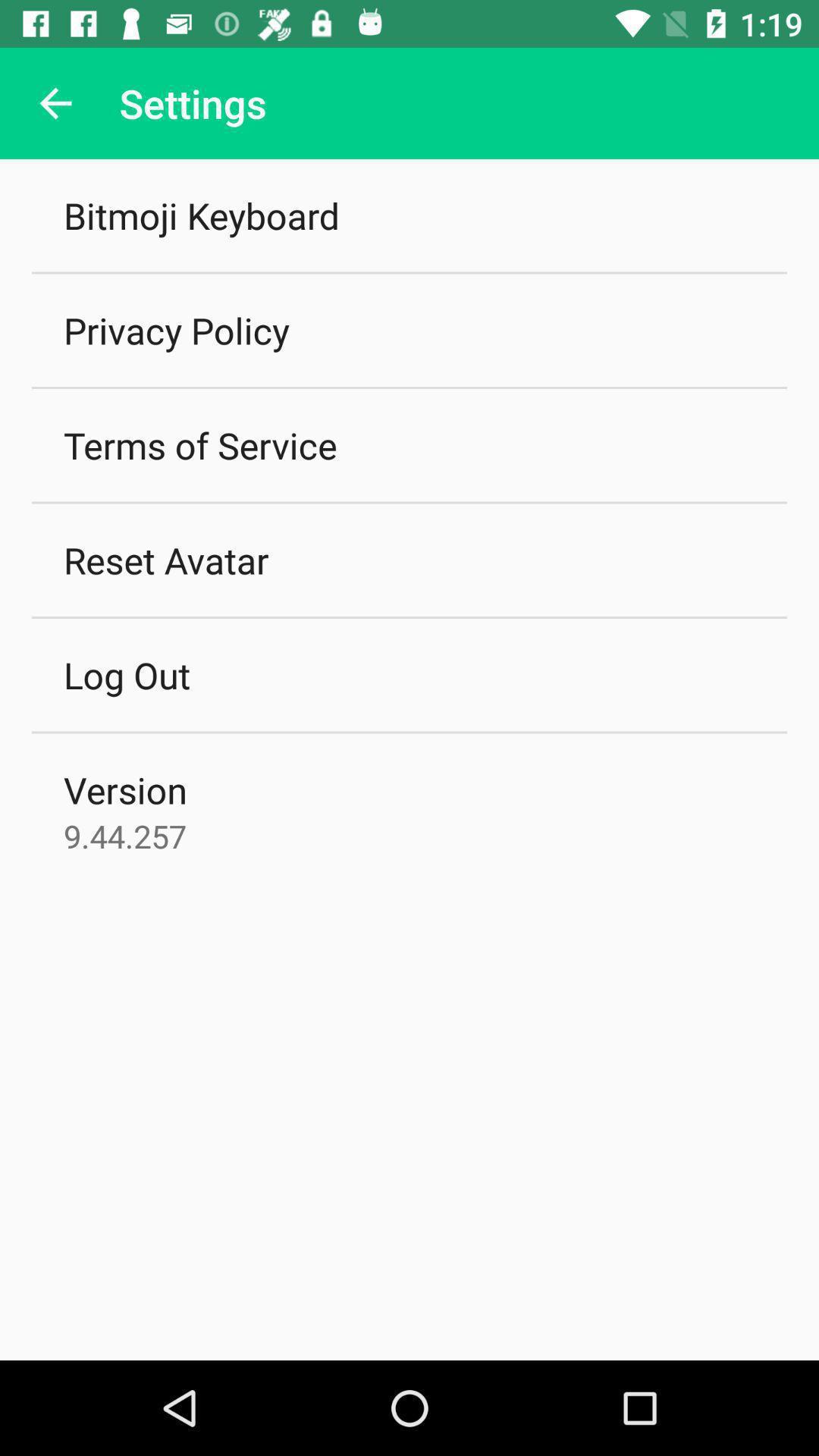  I want to click on the item above 9.44.257 item, so click(124, 789).